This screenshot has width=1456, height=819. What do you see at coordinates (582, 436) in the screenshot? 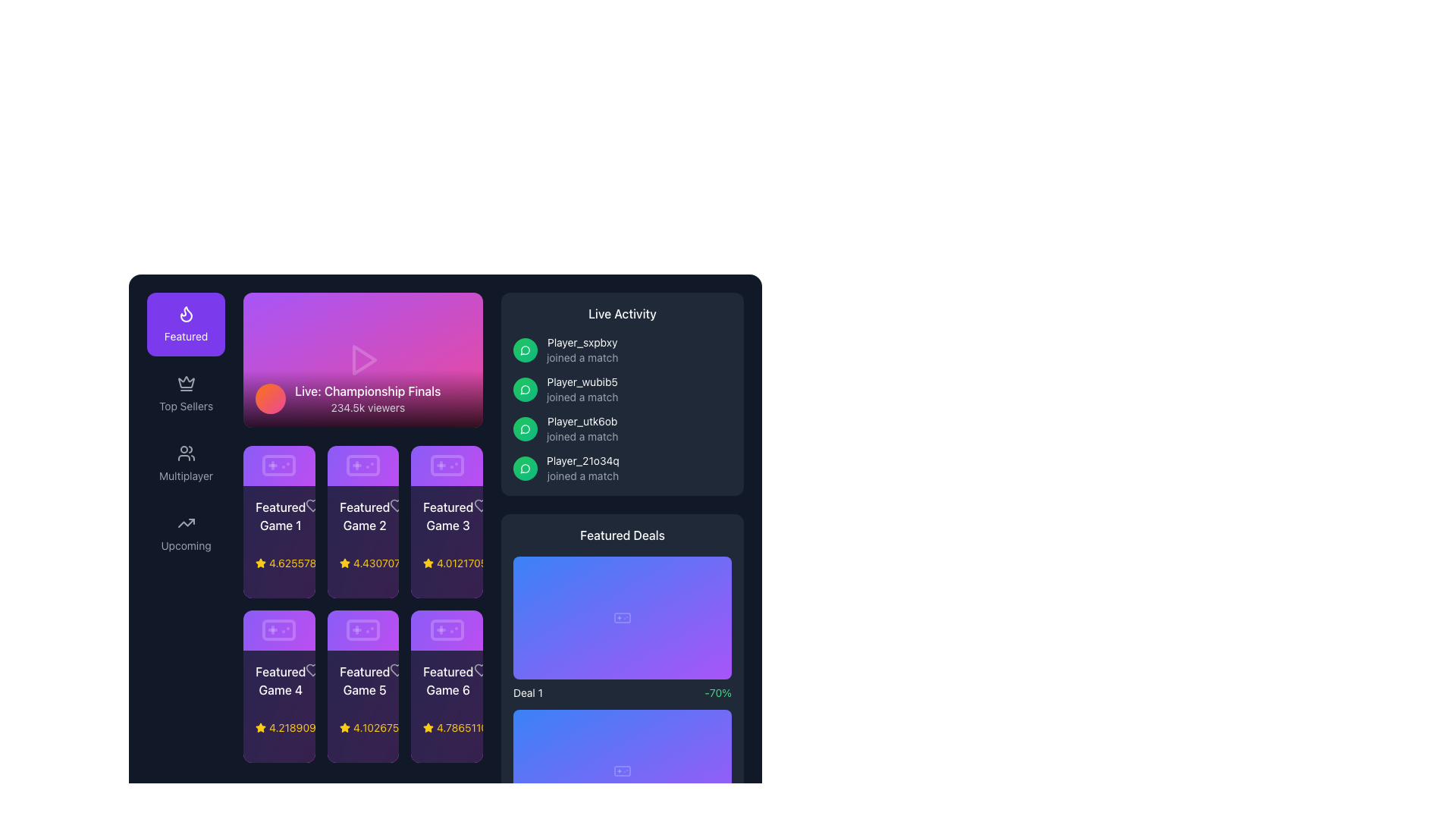
I see `the text label displaying 'joined a match' in light gray font, located within the 'Live Activity' panel, below 'Player_utk6ob'` at bounding box center [582, 436].